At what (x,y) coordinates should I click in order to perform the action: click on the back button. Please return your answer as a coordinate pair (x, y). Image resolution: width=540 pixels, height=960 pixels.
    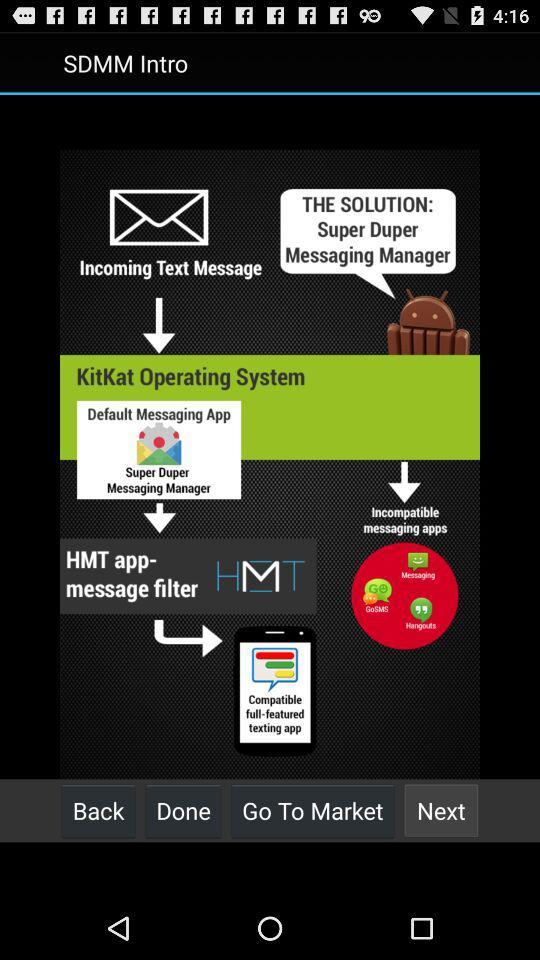
    Looking at the image, I should click on (97, 810).